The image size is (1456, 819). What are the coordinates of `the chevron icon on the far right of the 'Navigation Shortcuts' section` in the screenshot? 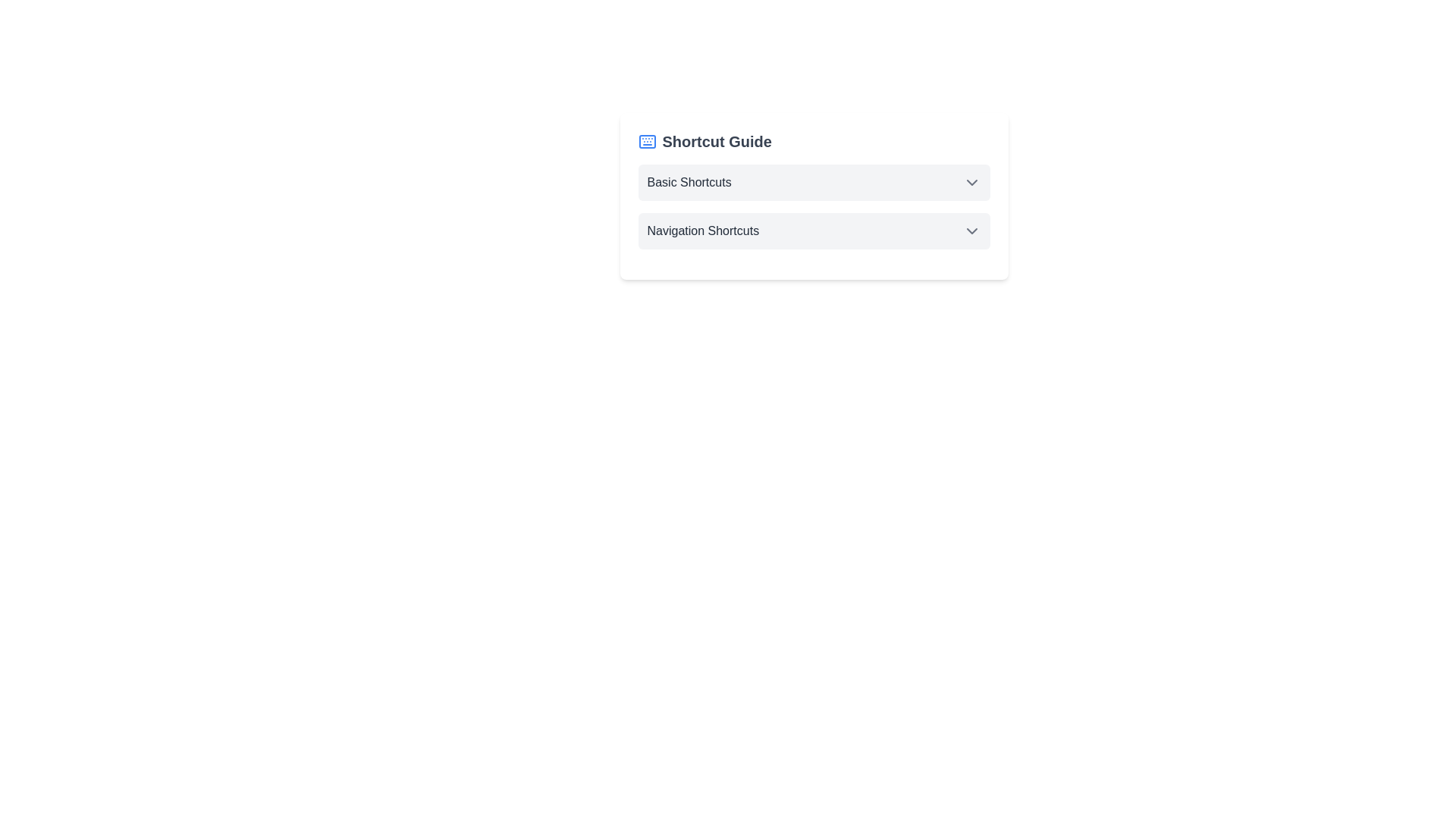 It's located at (971, 231).